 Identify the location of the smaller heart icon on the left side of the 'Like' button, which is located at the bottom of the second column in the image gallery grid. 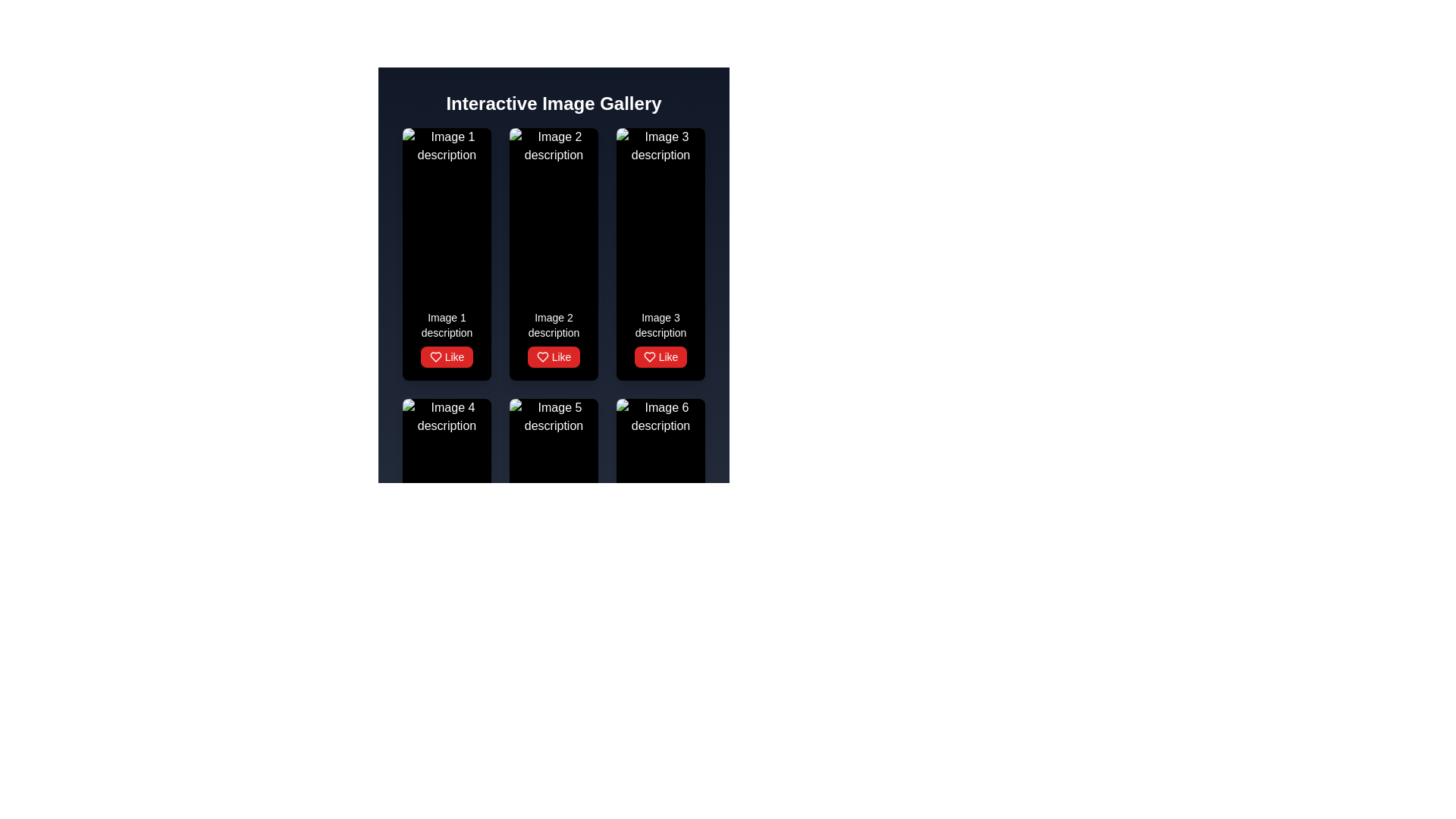
(542, 356).